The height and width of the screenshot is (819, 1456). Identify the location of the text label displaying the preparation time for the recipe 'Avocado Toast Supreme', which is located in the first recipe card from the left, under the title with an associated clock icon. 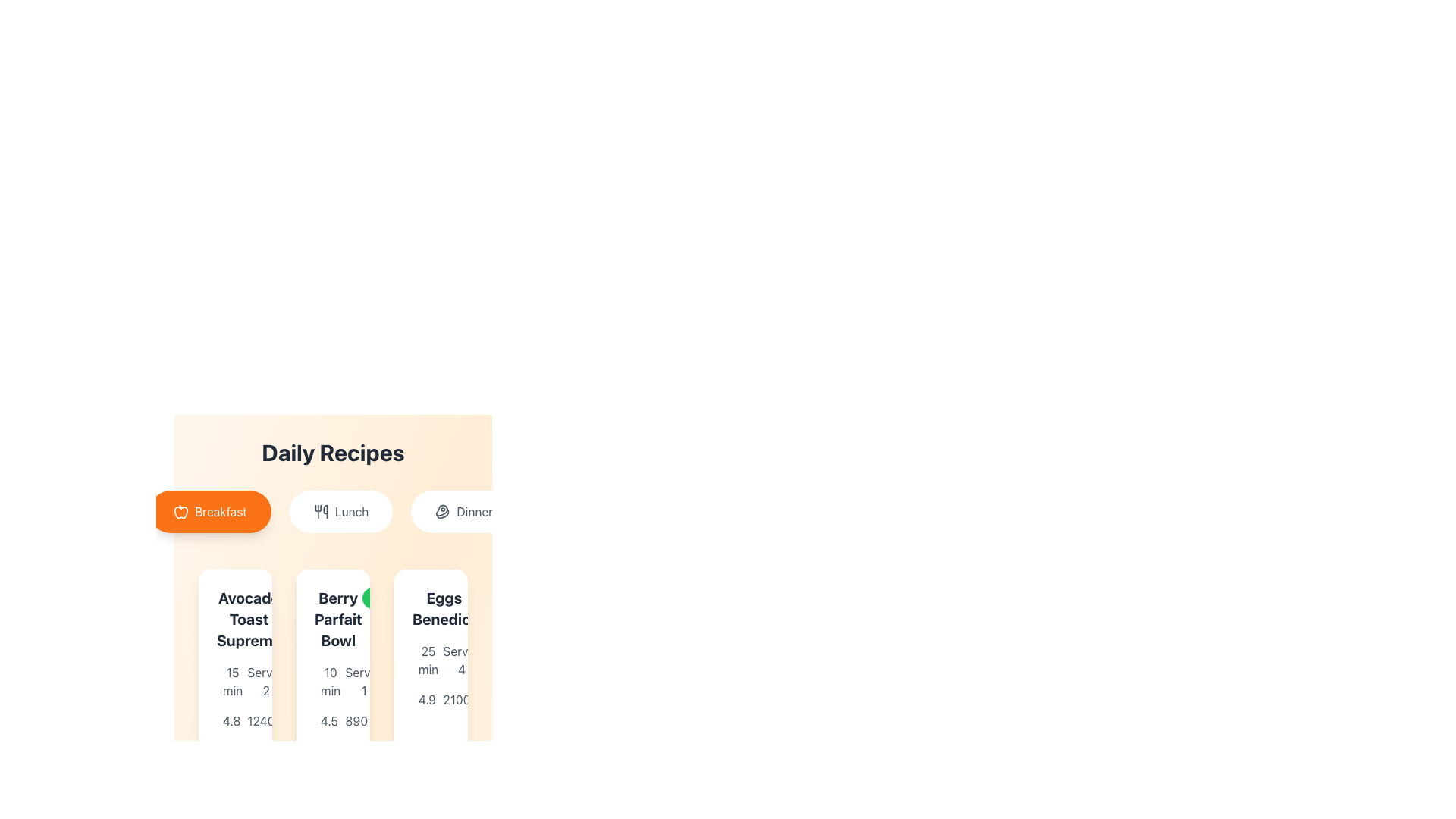
(222, 680).